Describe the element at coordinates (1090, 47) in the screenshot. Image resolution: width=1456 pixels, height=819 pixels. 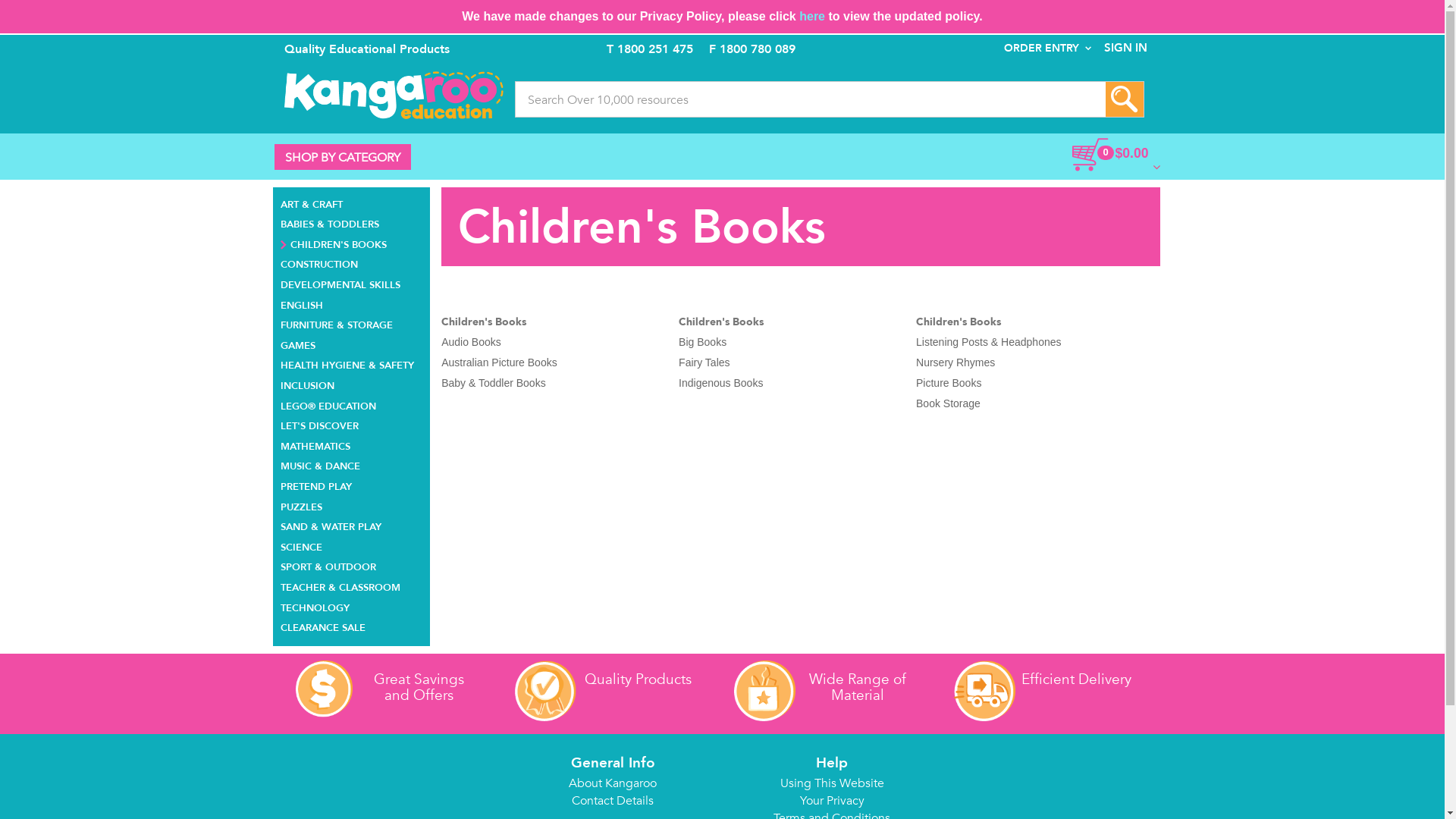
I see `'SIGN IN'` at that location.